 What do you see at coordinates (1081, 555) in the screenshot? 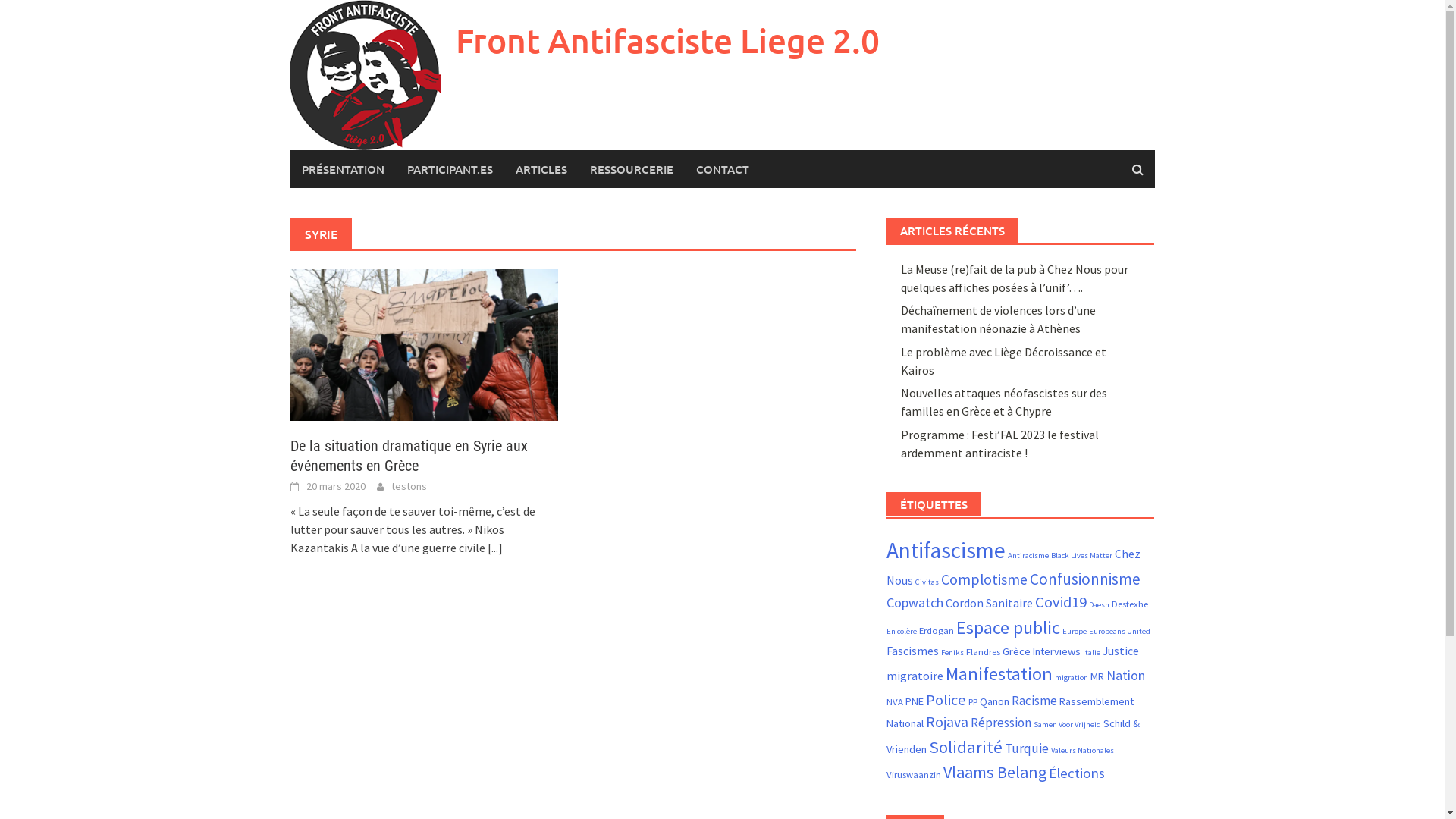
I see `'Black Lives Matter'` at bounding box center [1081, 555].